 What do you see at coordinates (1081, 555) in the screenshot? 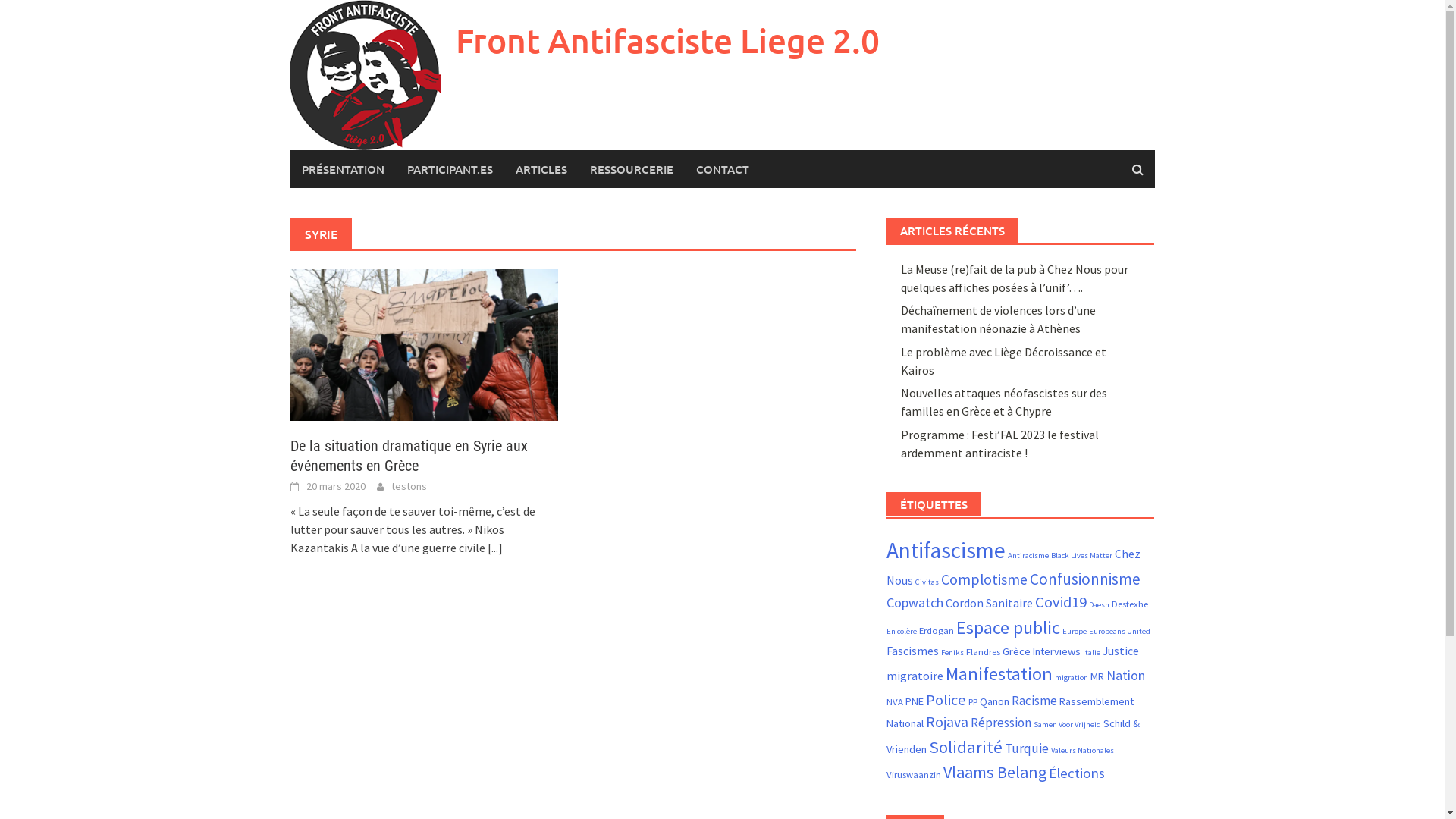
I see `'Black Lives Matter'` at bounding box center [1081, 555].